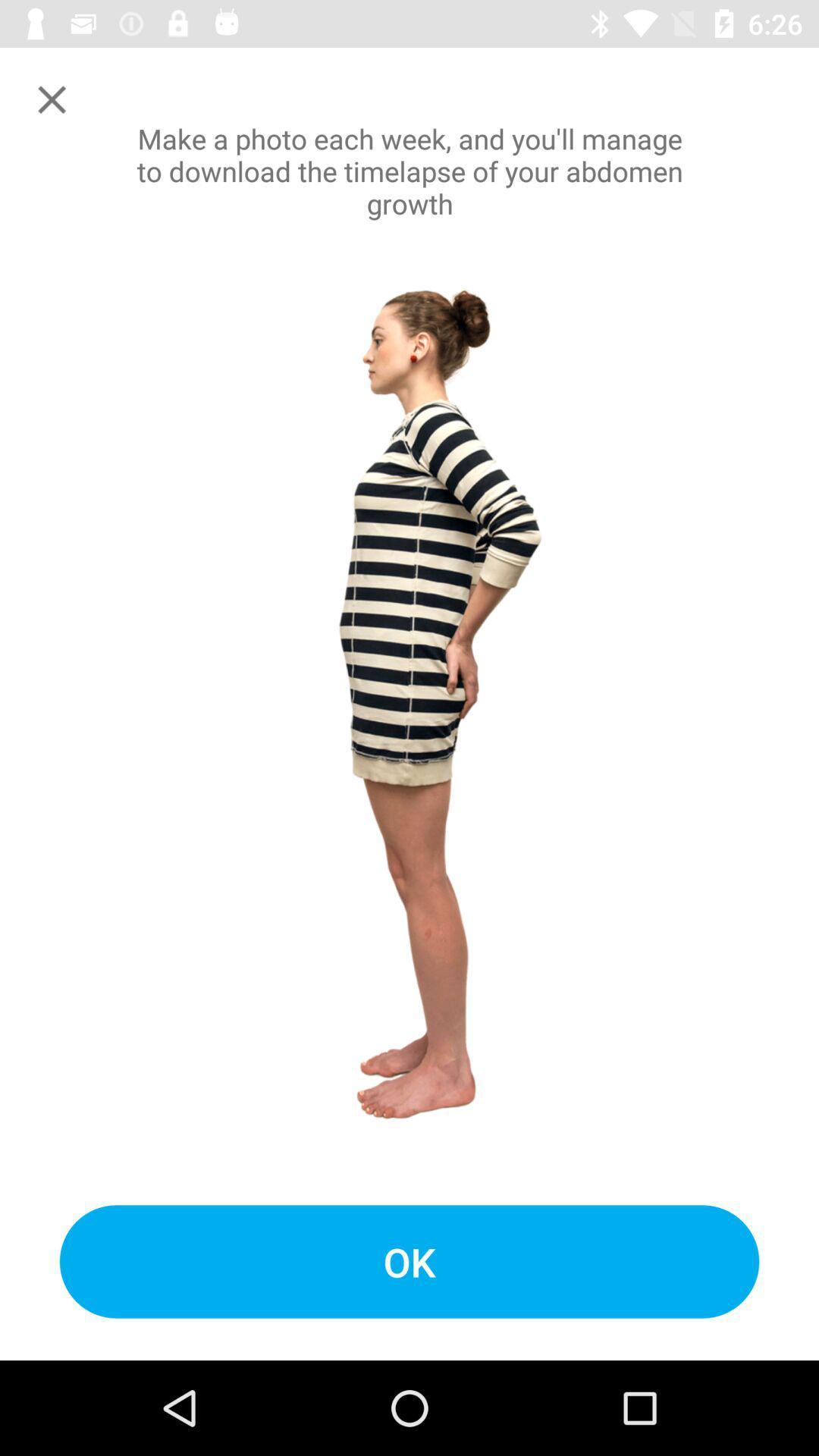 The height and width of the screenshot is (1456, 819). What do you see at coordinates (51, 99) in the screenshot?
I see `close` at bounding box center [51, 99].